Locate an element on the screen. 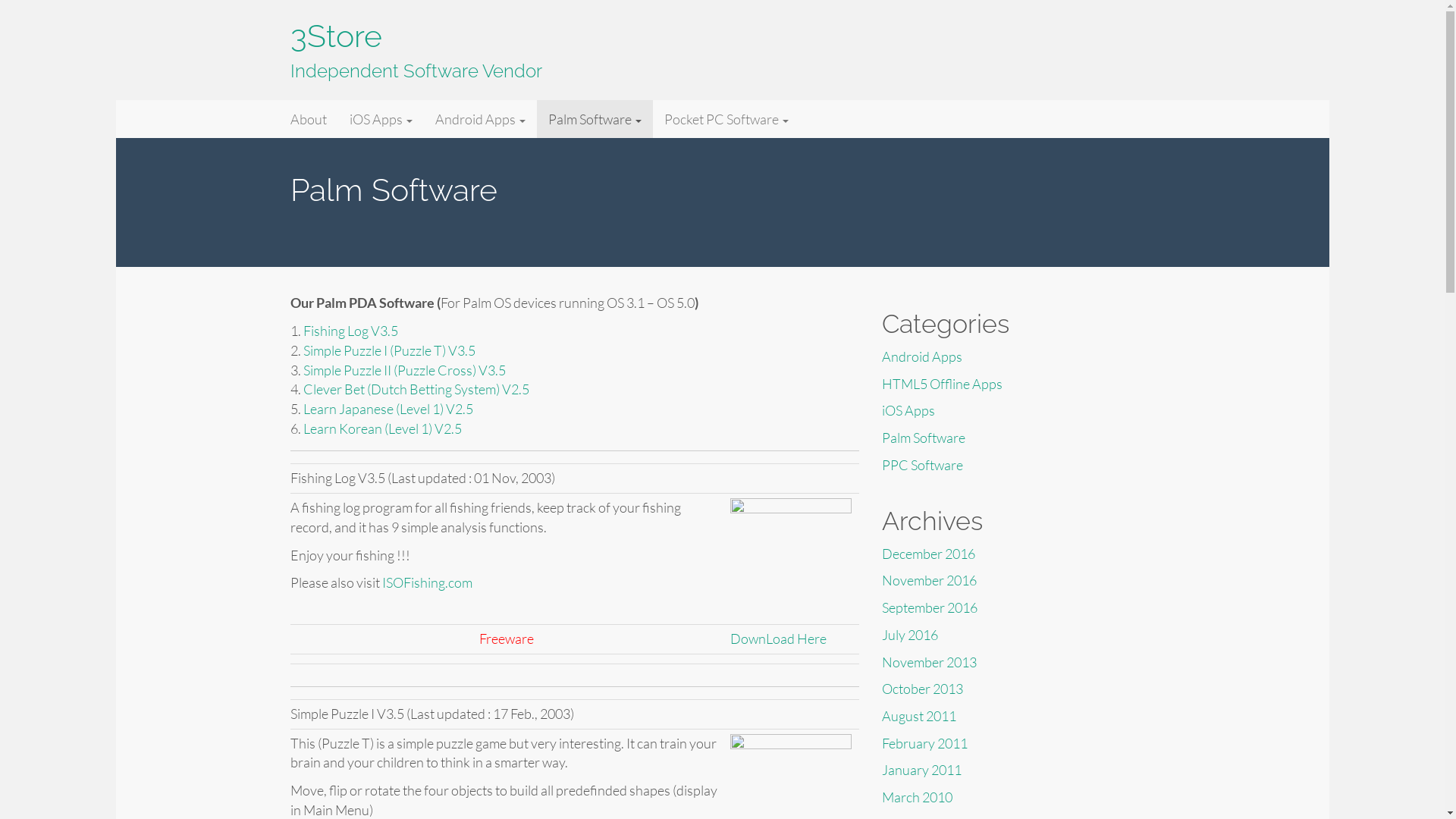 Image resolution: width=1456 pixels, height=819 pixels. 'Palm Software' is located at coordinates (922, 438).